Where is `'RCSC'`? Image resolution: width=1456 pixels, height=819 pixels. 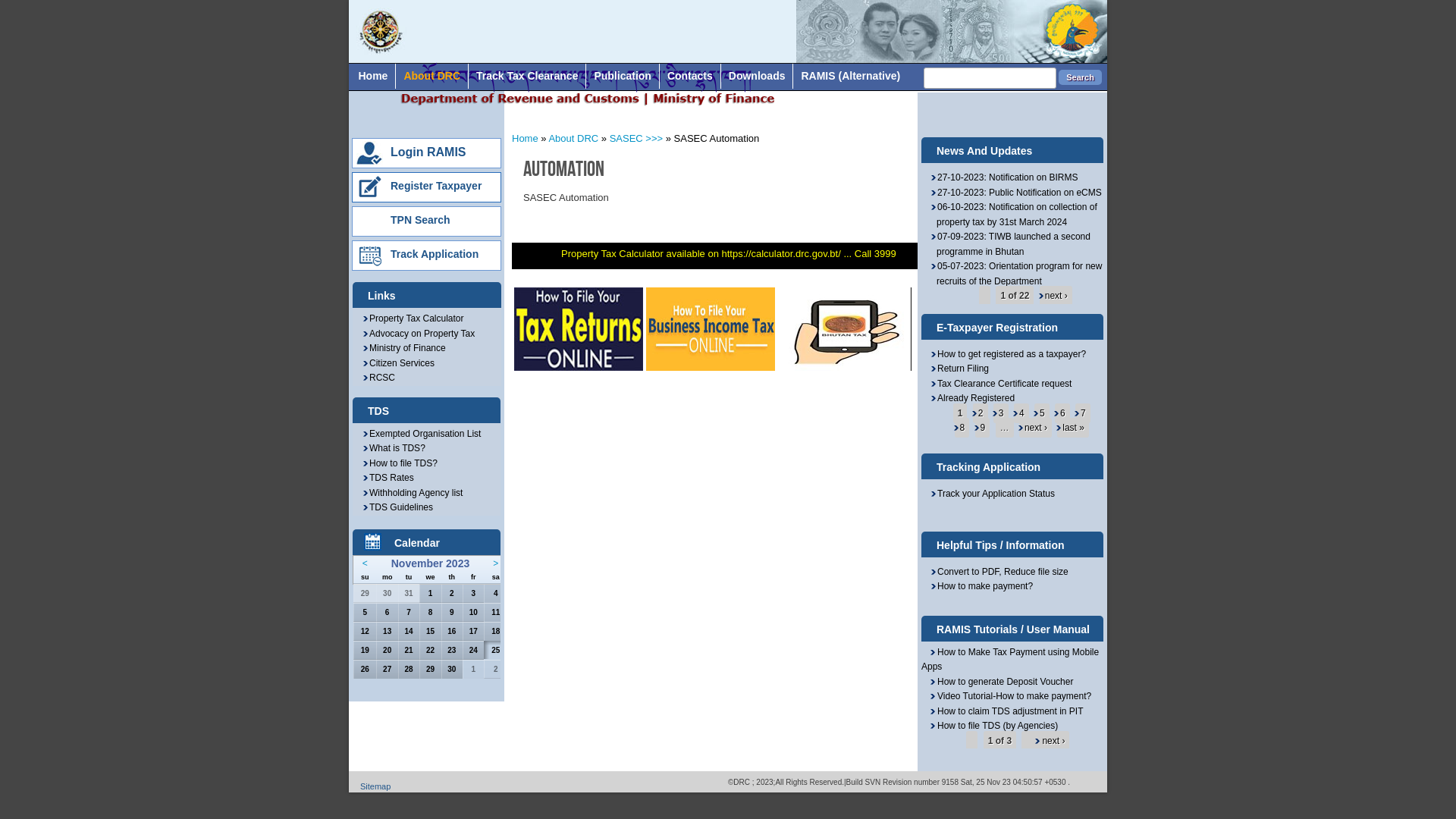 'RCSC' is located at coordinates (378, 376).